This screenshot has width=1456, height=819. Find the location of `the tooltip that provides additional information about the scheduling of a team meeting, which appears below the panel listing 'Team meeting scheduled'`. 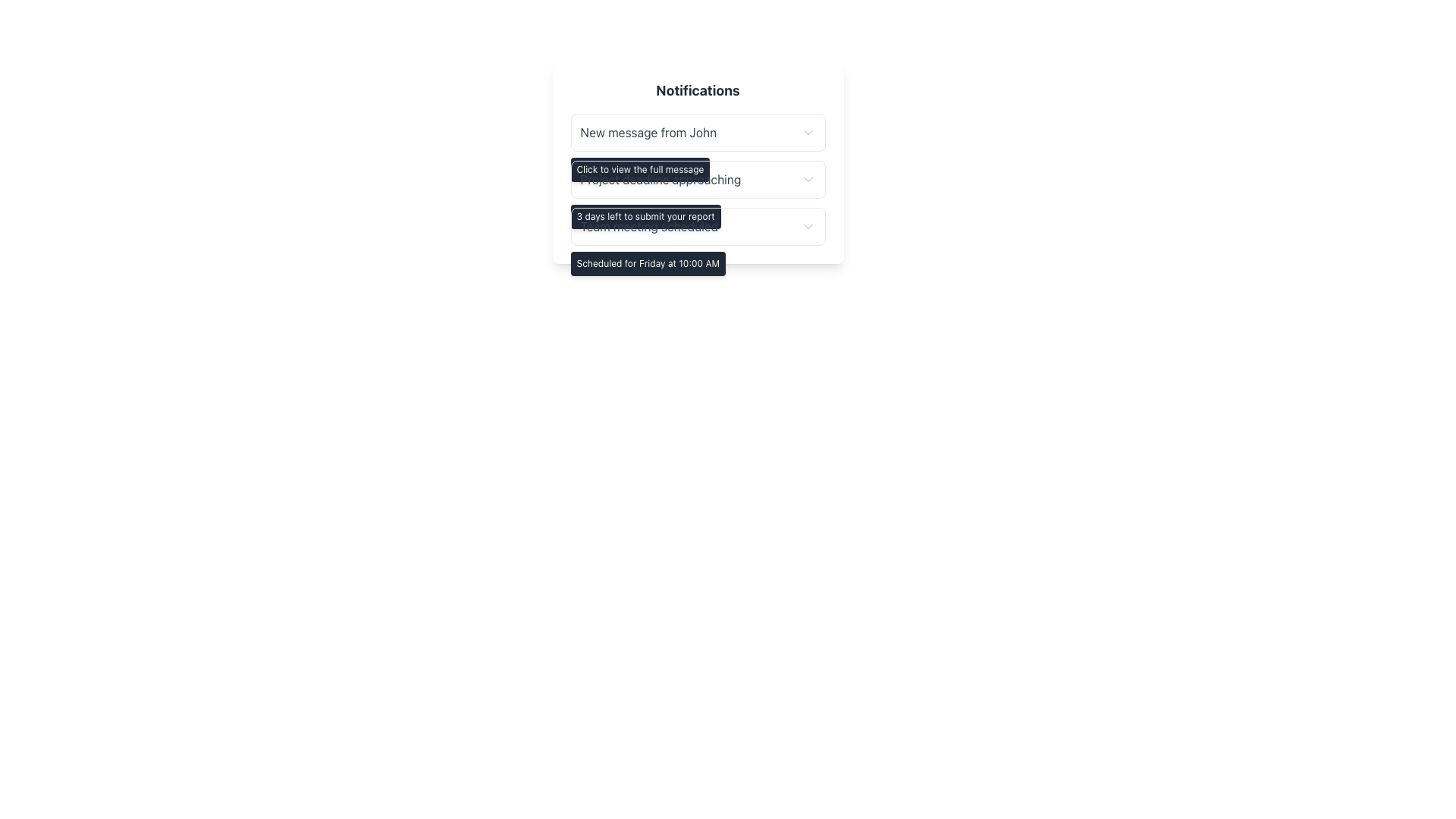

the tooltip that provides additional information about the scheduling of a team meeting, which appears below the panel listing 'Team meeting scheduled' is located at coordinates (648, 262).